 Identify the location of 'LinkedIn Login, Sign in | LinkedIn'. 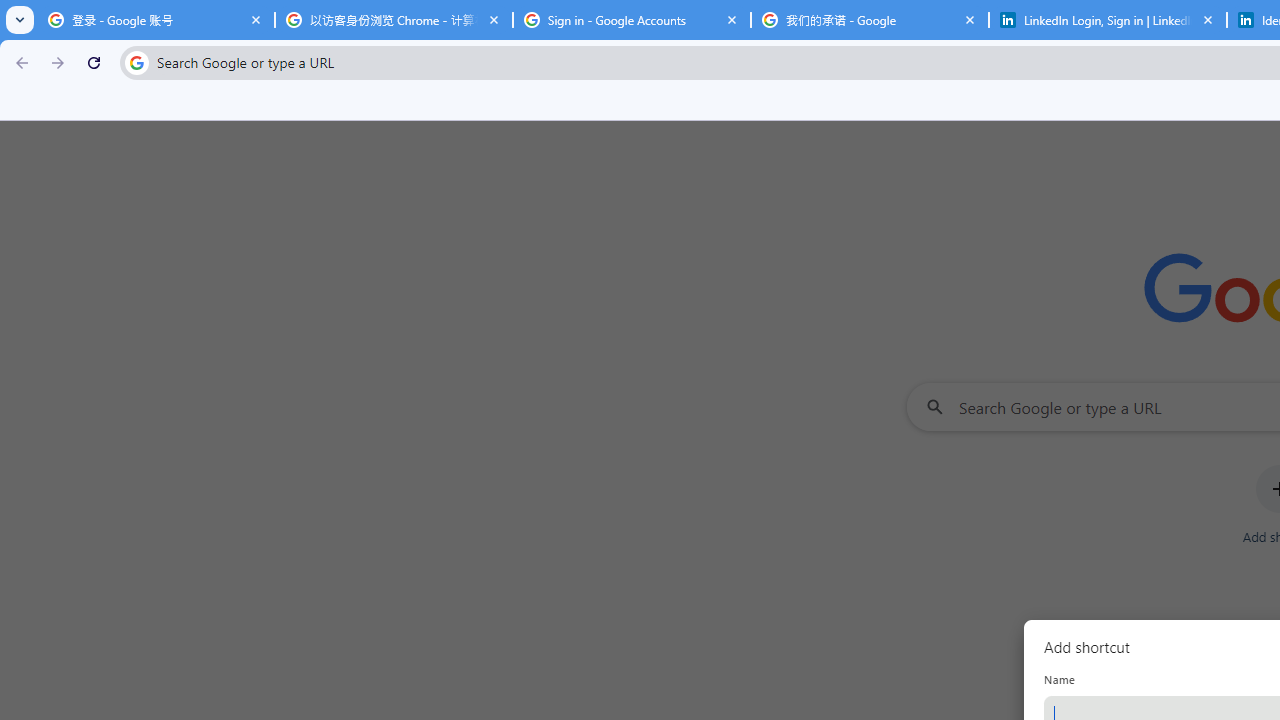
(1107, 20).